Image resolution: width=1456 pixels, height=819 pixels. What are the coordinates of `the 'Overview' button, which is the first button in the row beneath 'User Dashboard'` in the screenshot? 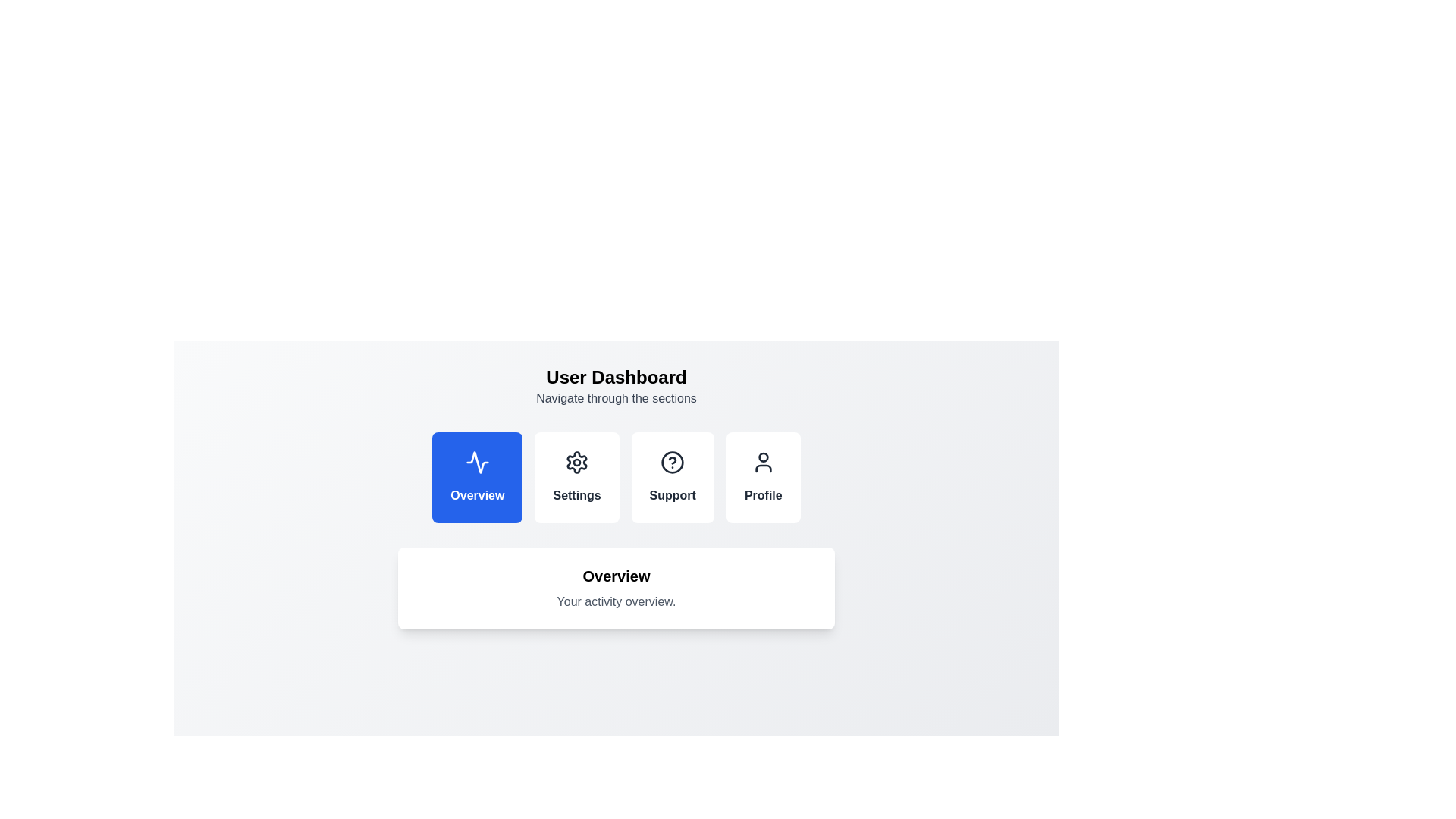 It's located at (476, 476).